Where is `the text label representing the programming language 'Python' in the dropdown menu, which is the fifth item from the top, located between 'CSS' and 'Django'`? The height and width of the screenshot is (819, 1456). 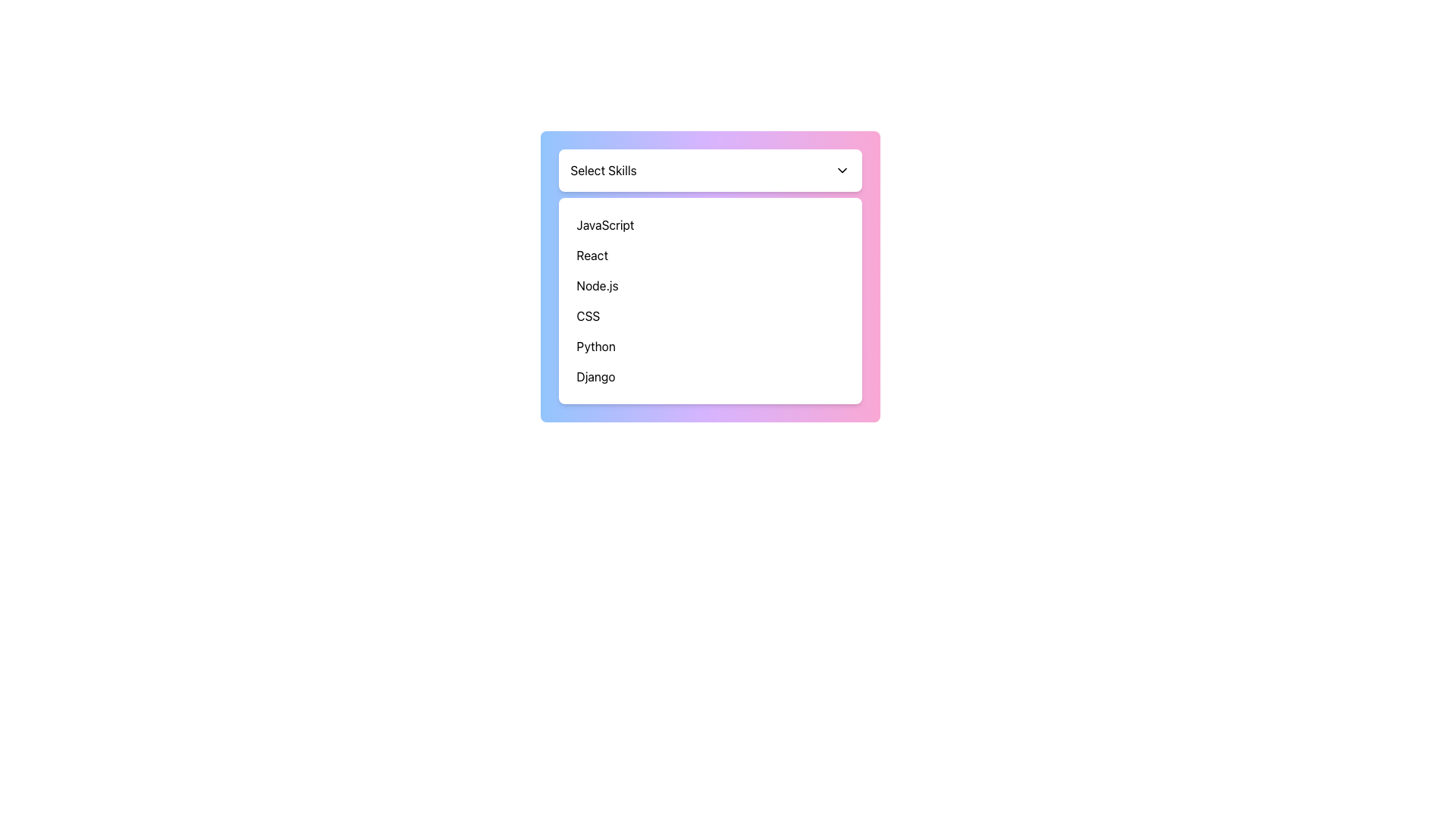 the text label representing the programming language 'Python' in the dropdown menu, which is the fifth item from the top, located between 'CSS' and 'Django' is located at coordinates (595, 346).